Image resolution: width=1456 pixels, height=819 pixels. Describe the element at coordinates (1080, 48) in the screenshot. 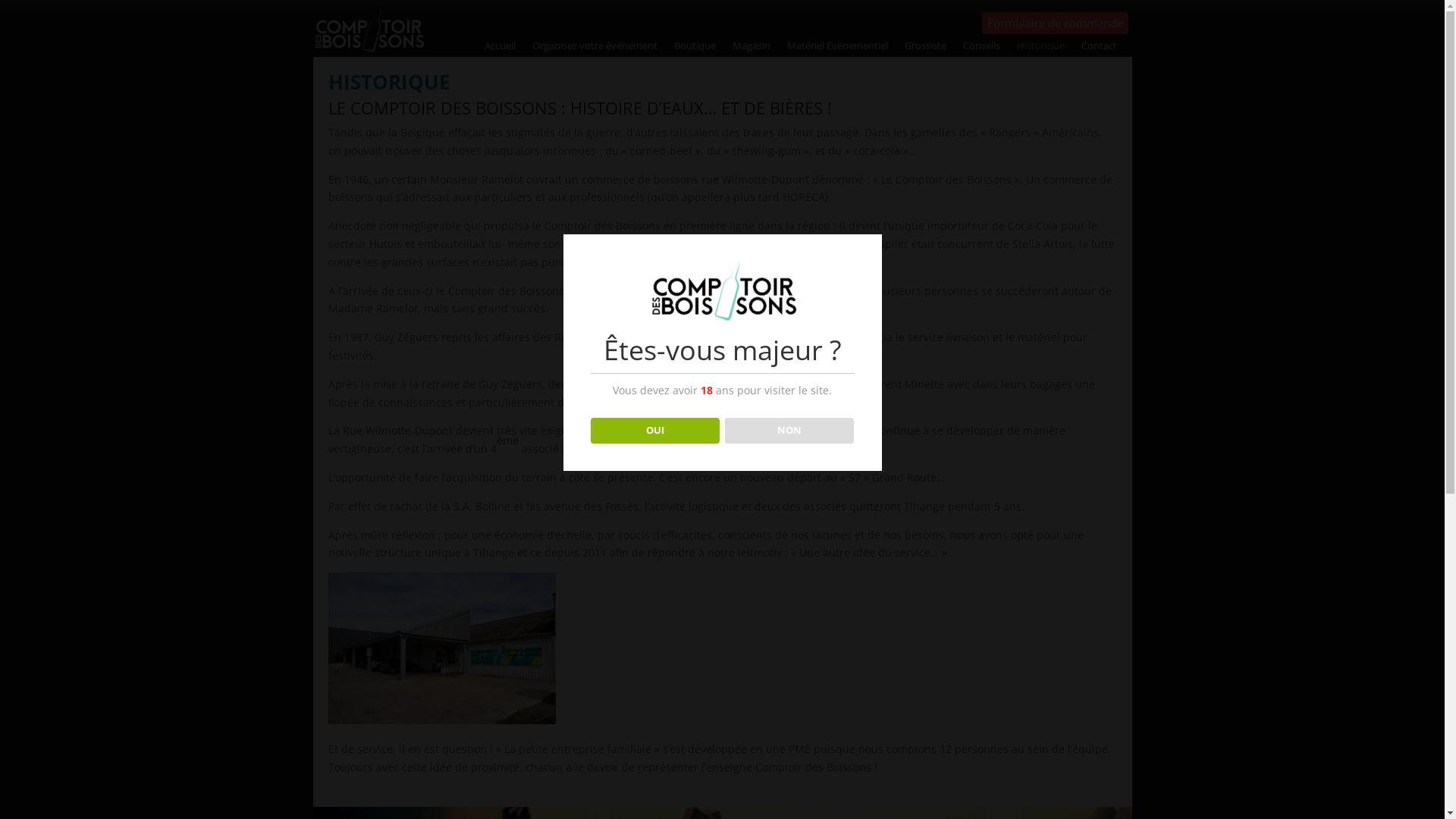

I see `'Contact'` at that location.